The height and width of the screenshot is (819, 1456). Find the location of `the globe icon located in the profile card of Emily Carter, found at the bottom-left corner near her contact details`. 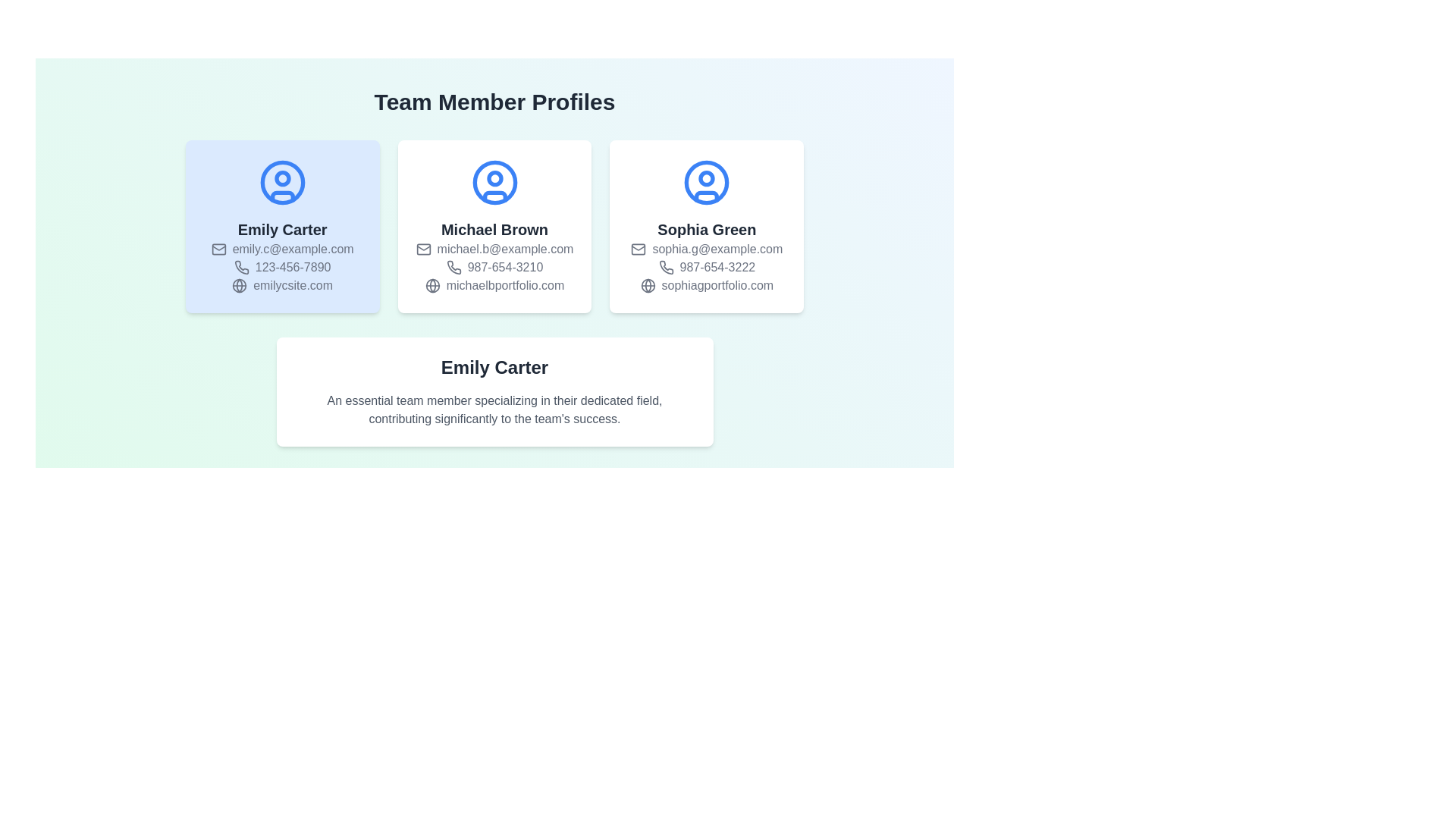

the globe icon located in the profile card of Emily Carter, found at the bottom-left corner near her contact details is located at coordinates (239, 286).